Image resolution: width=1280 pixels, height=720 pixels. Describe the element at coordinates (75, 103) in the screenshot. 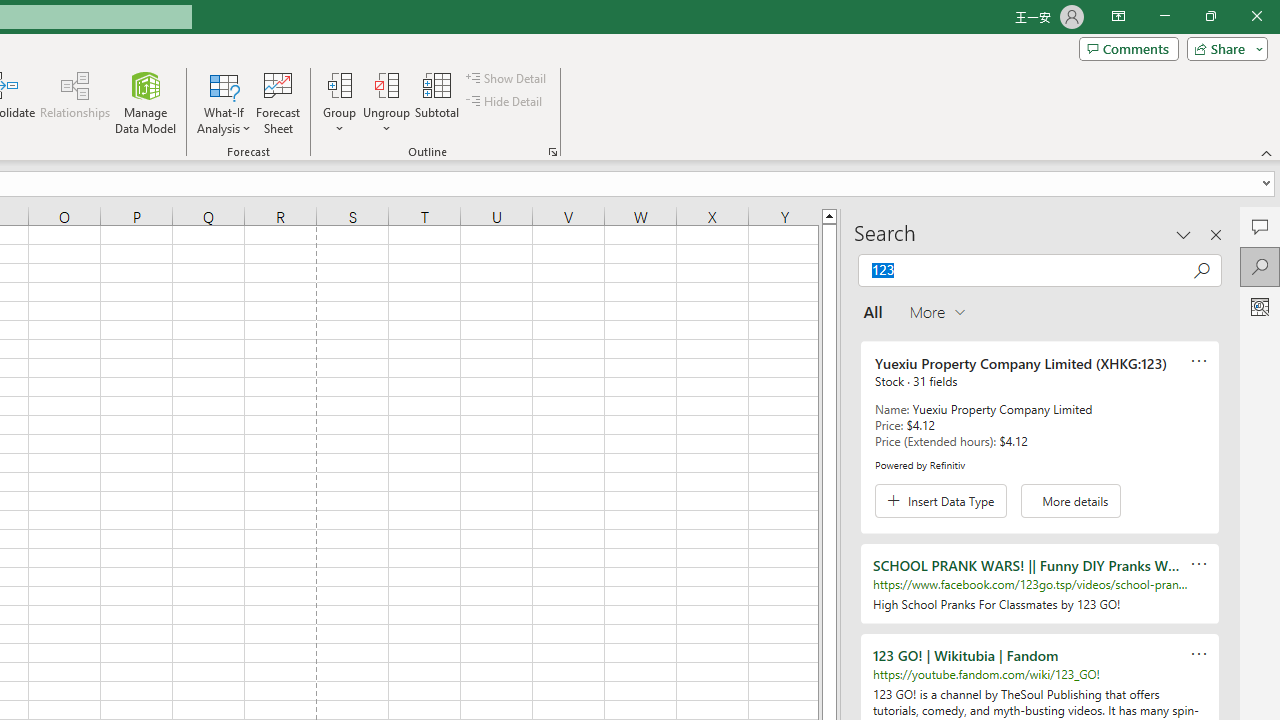

I see `'Relationships'` at that location.